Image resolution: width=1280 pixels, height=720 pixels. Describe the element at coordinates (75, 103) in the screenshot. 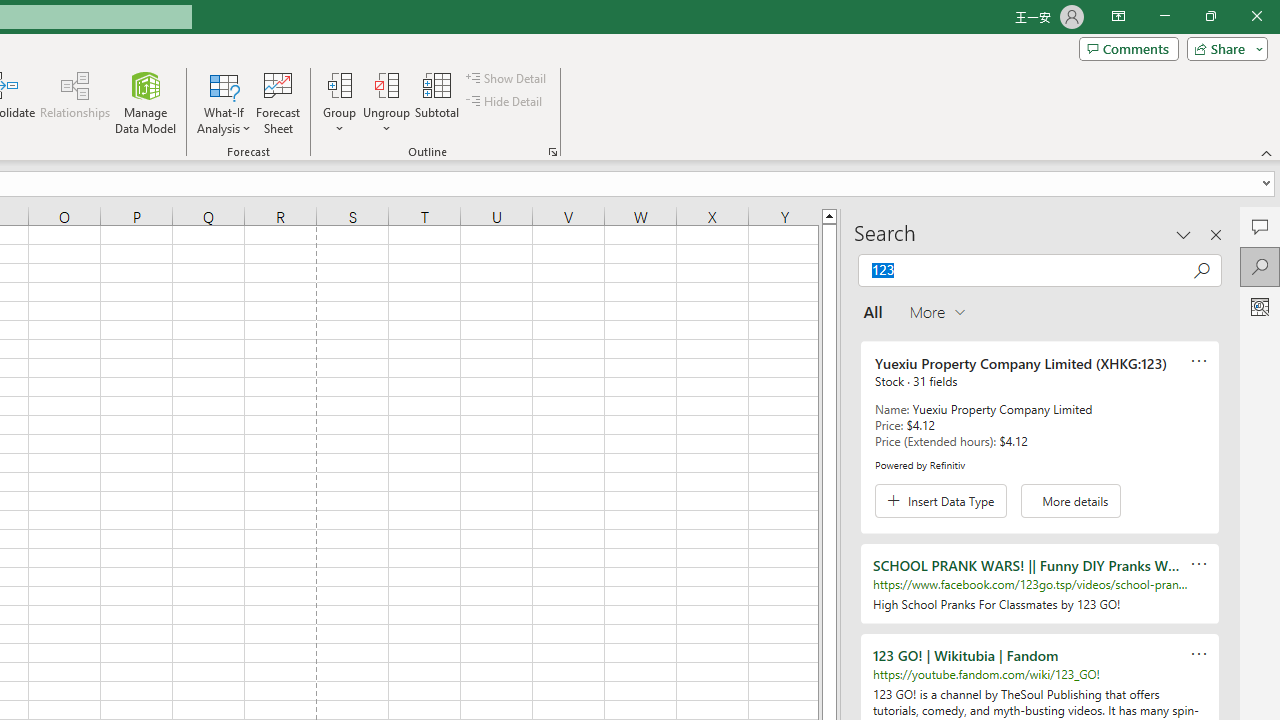

I see `'Relationships'` at that location.